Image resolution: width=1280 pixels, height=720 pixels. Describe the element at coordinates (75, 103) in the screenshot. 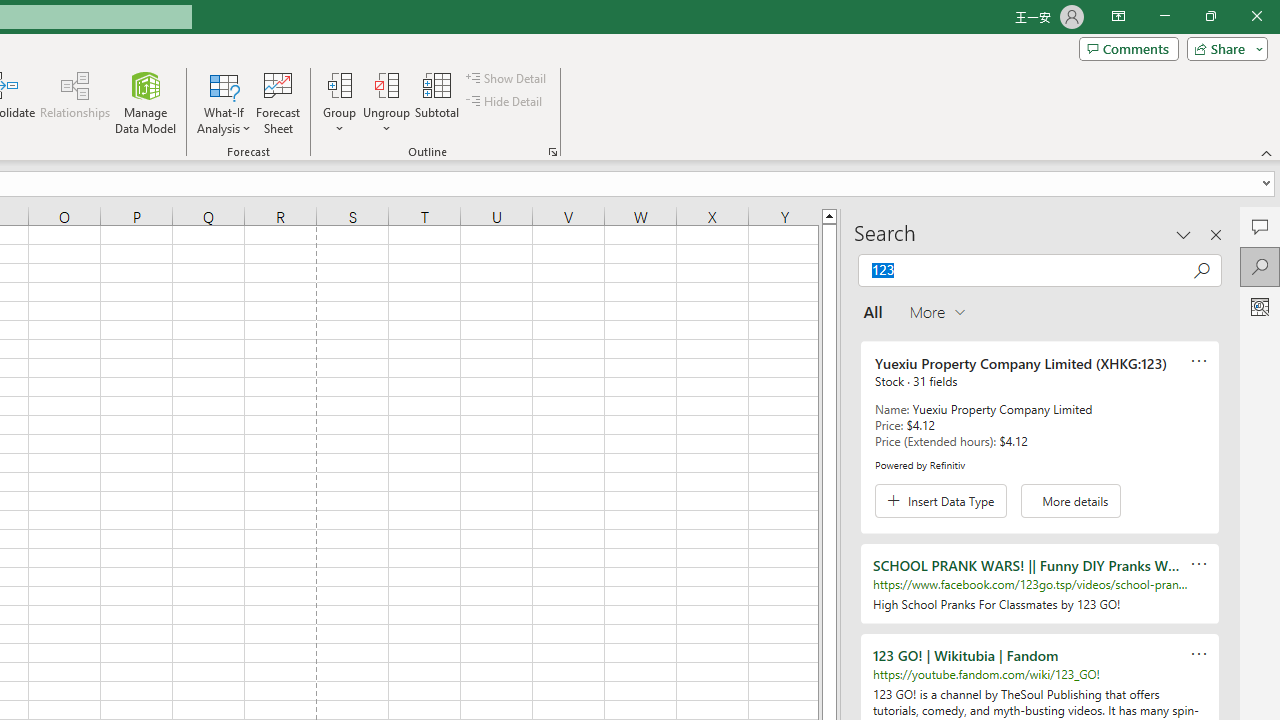

I see `'Relationships'` at that location.